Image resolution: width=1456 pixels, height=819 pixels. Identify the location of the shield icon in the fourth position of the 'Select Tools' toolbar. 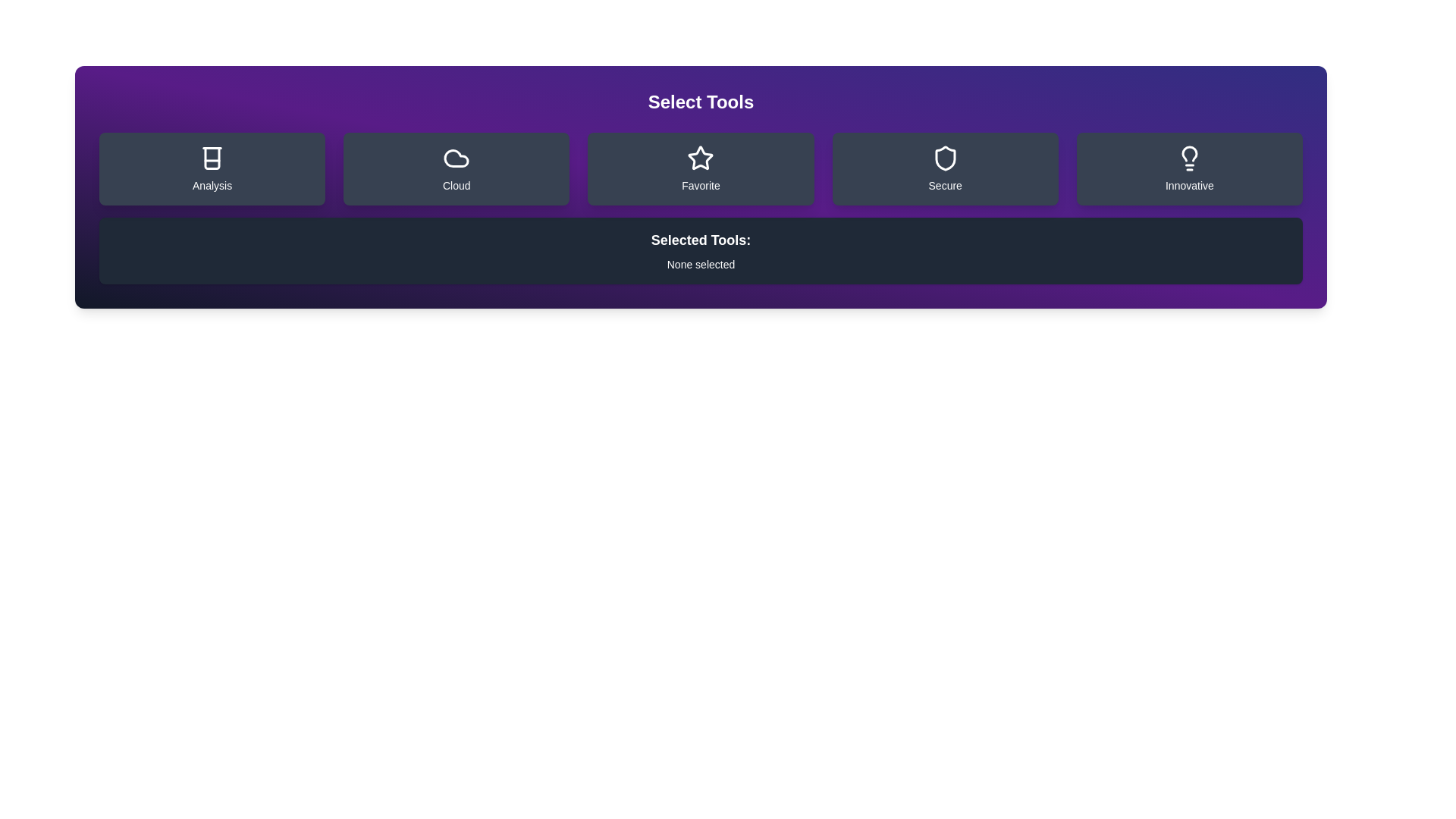
(944, 158).